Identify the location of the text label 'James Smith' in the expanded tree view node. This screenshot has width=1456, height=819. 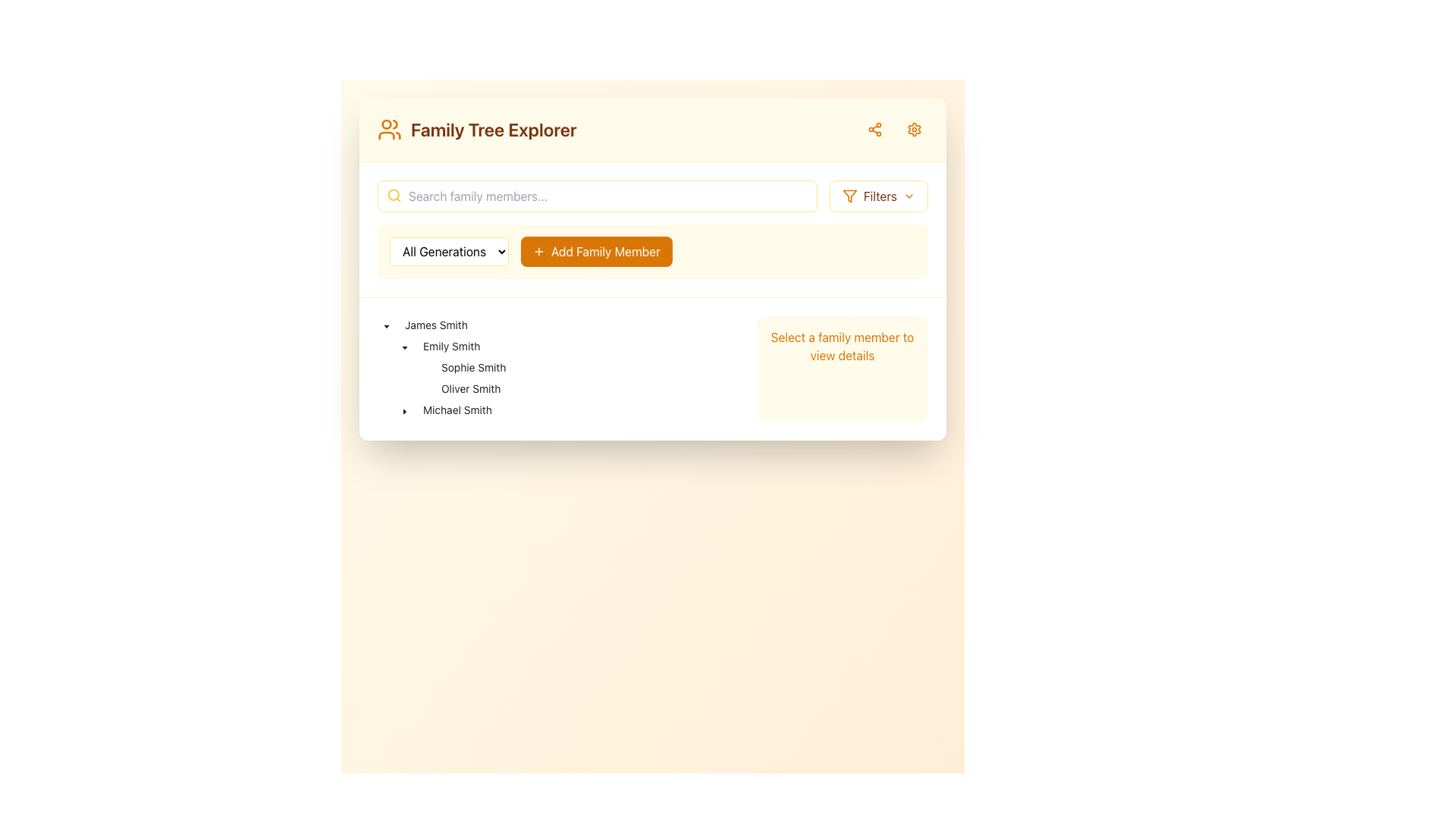
(435, 324).